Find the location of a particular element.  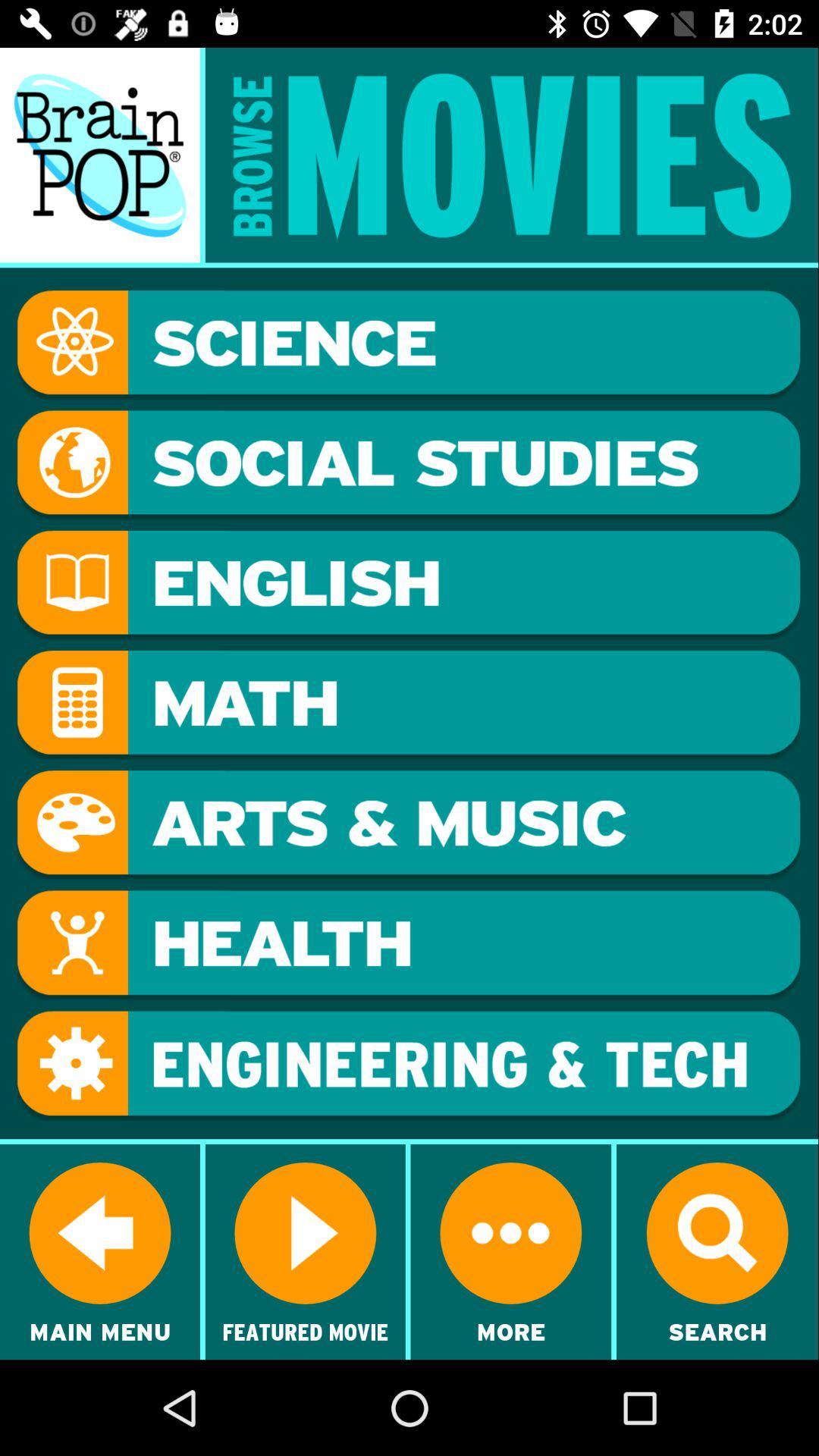

show movies about social studies is located at coordinates (408, 464).